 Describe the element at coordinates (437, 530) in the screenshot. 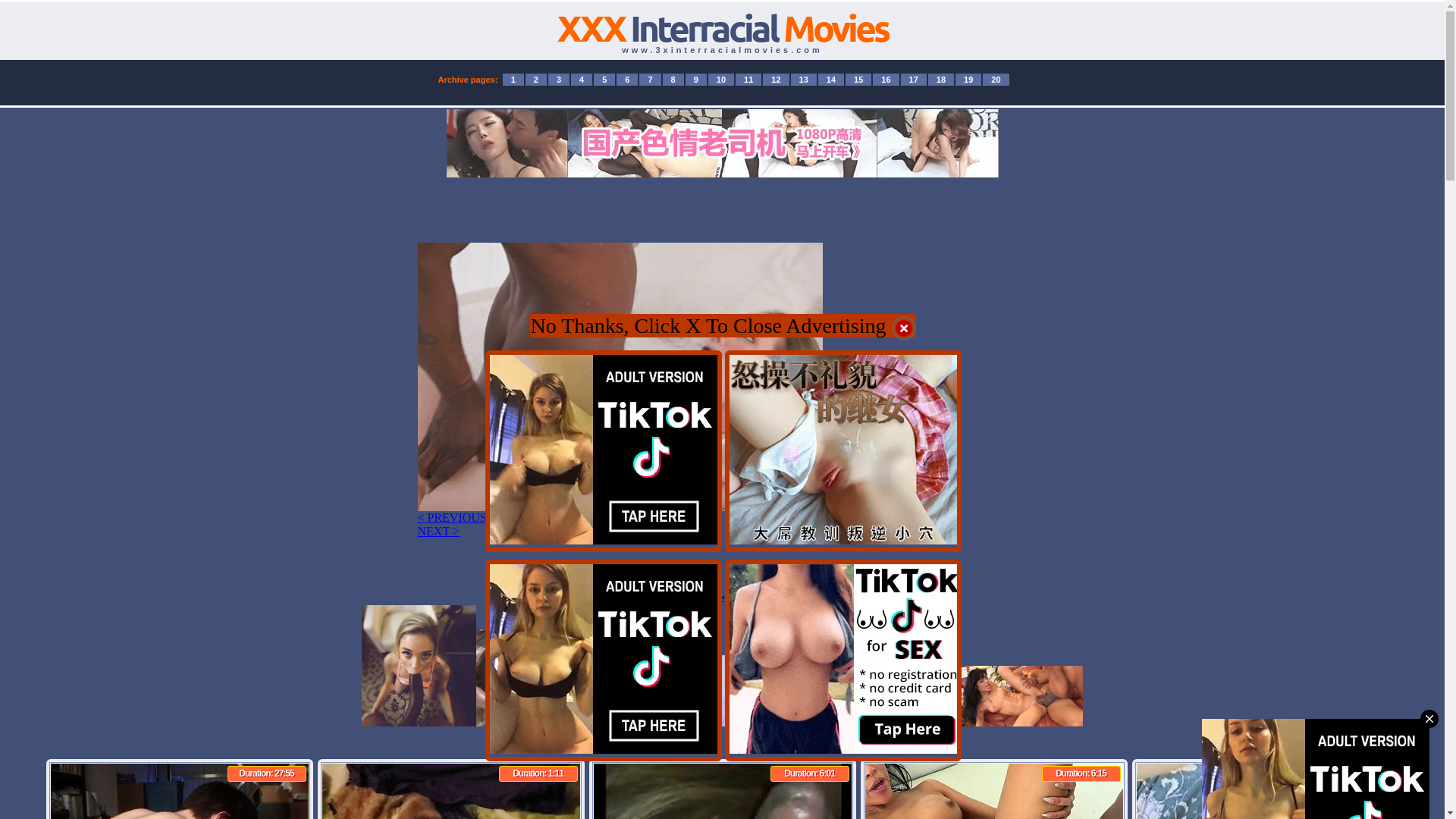

I see `'NEXT >'` at that location.